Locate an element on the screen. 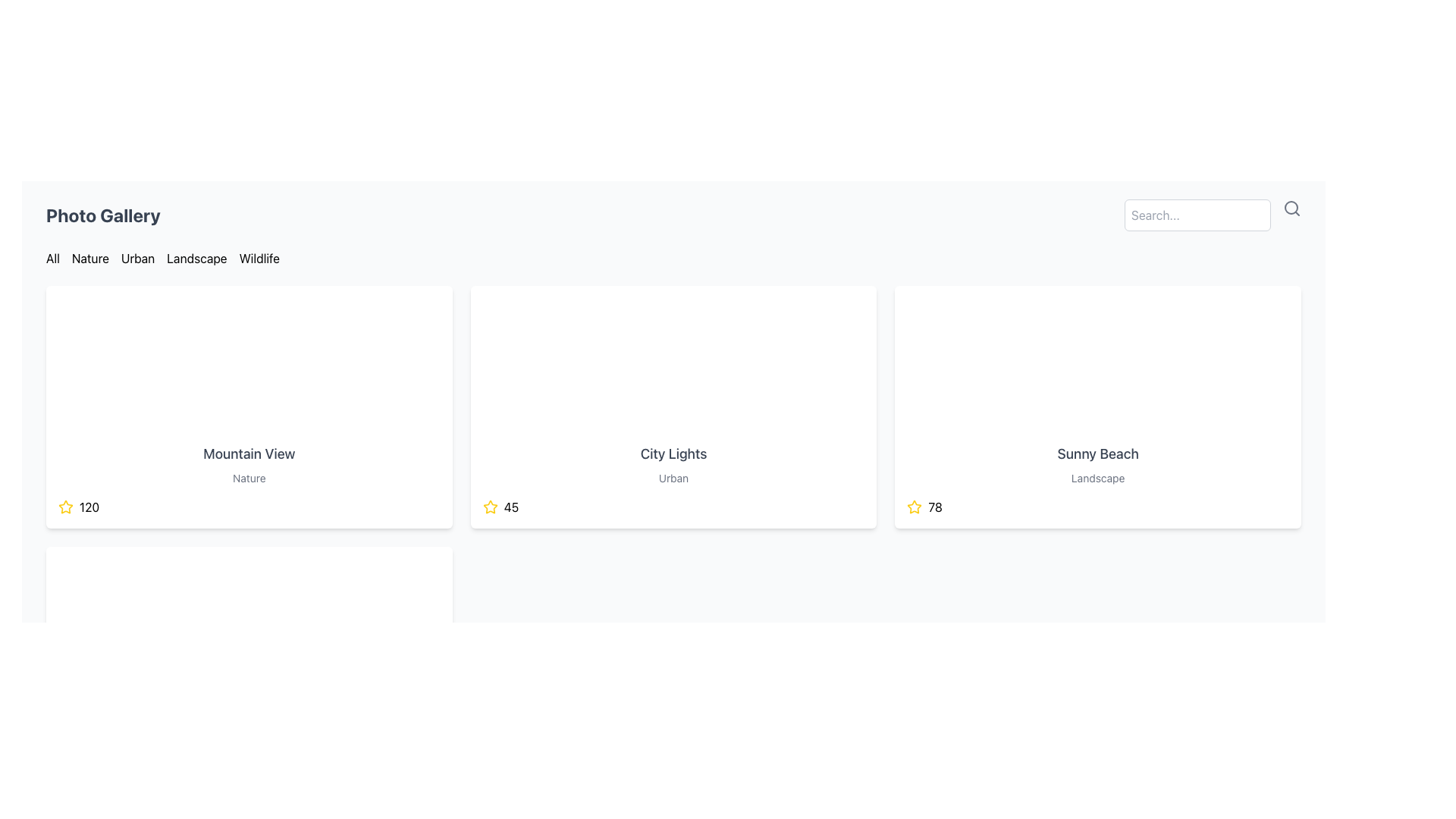 The height and width of the screenshot is (819, 1456). the 'Sunny Beach' static text label, which is the title of the third card in a horizontal series, styled in gray color and located at the top of its card layout is located at coordinates (1098, 453).